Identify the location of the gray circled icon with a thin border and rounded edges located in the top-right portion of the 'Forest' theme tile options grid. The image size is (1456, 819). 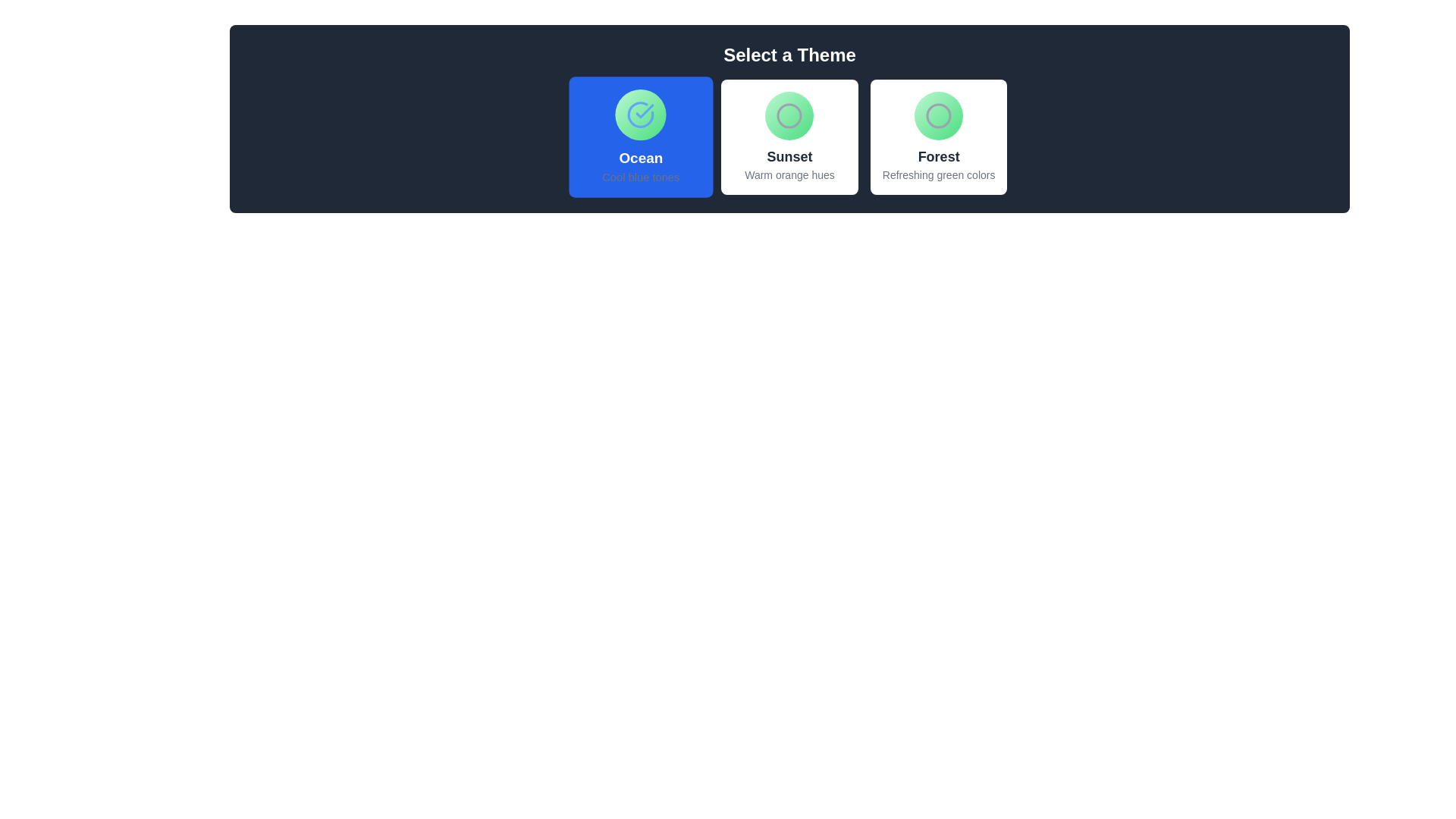
(938, 115).